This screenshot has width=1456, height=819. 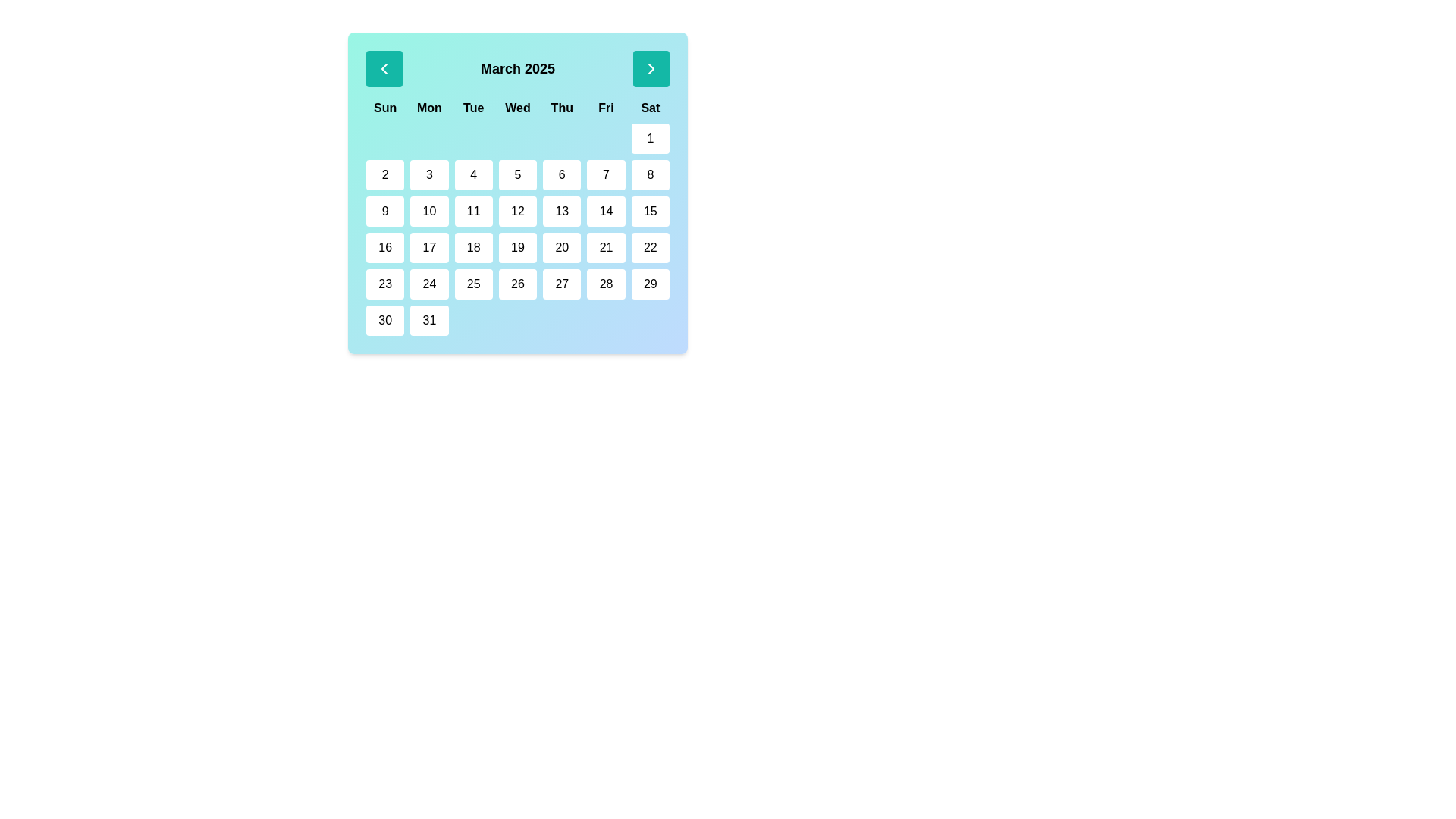 What do you see at coordinates (650, 211) in the screenshot?
I see `the white rounded square button with the black number '15' centered in it, located in the third column of the third row of the calendar grid under the 'Sat' header` at bounding box center [650, 211].